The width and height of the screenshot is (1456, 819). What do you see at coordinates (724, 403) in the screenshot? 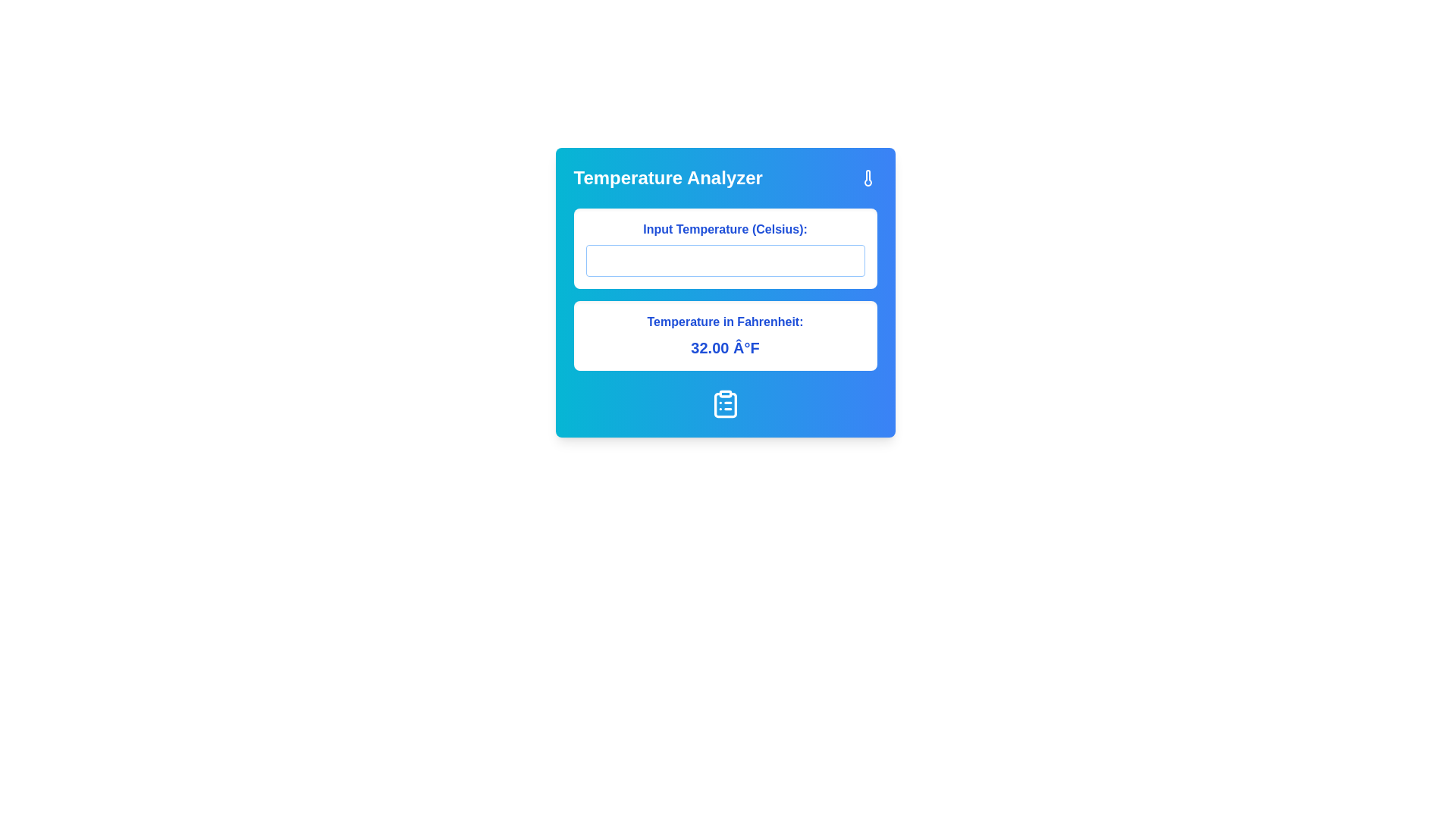
I see `the clipboard icon located at the bottom center of the interface, below the output text showing the calculated temperature in Fahrenheit` at bounding box center [724, 403].